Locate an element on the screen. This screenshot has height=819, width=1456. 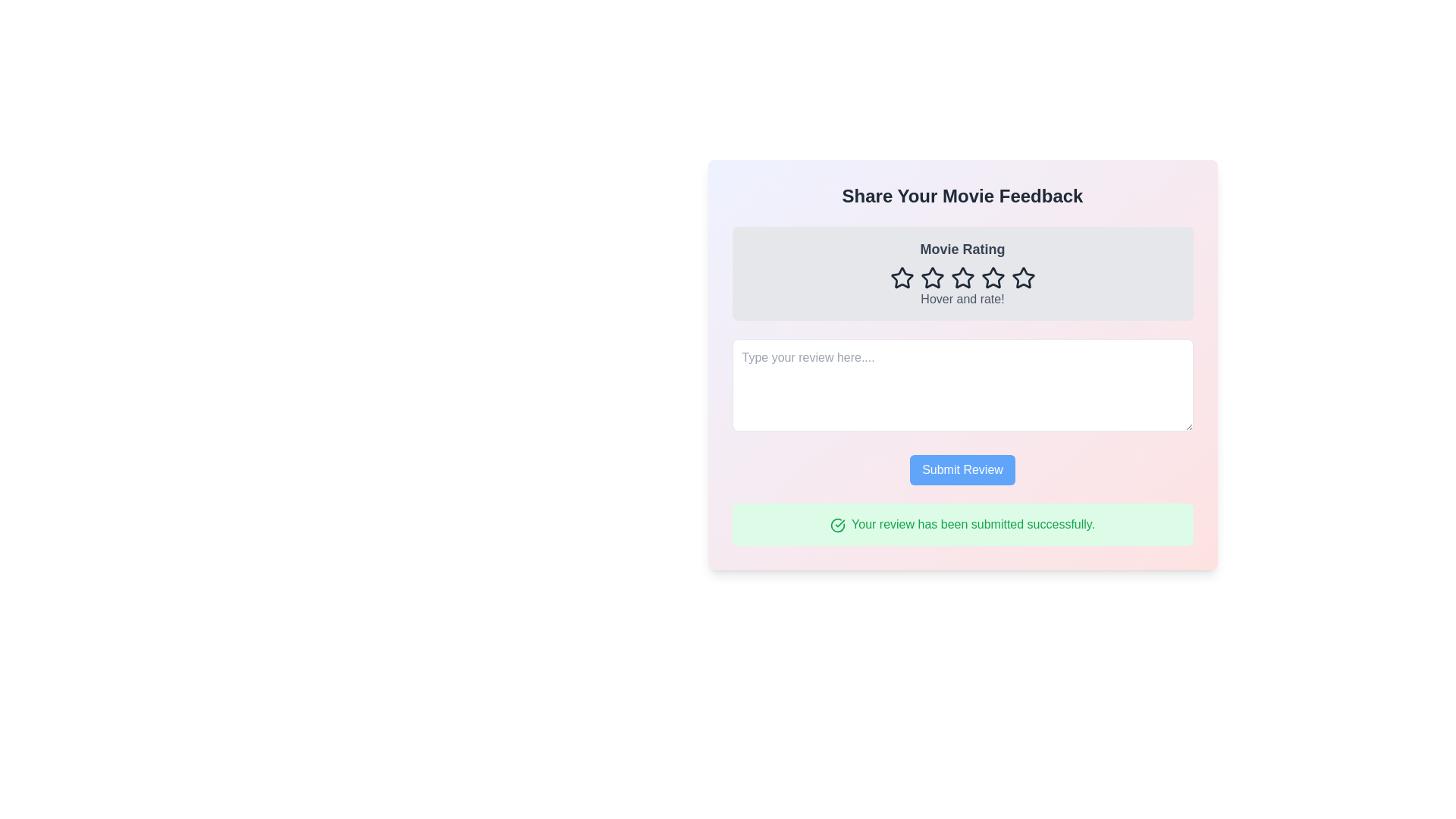
the first unselected rating star icon in the 'Movie Rating' section is located at coordinates (902, 278).